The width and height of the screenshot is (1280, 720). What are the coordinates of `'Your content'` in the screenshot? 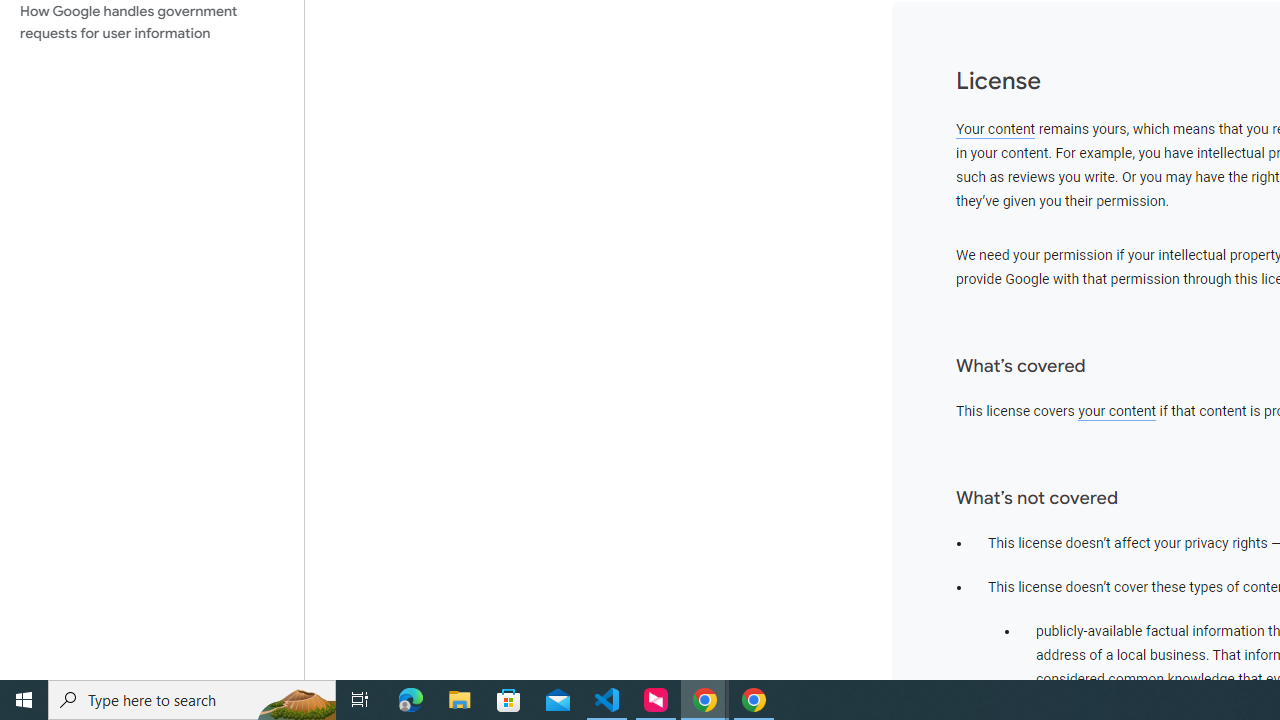 It's located at (995, 129).